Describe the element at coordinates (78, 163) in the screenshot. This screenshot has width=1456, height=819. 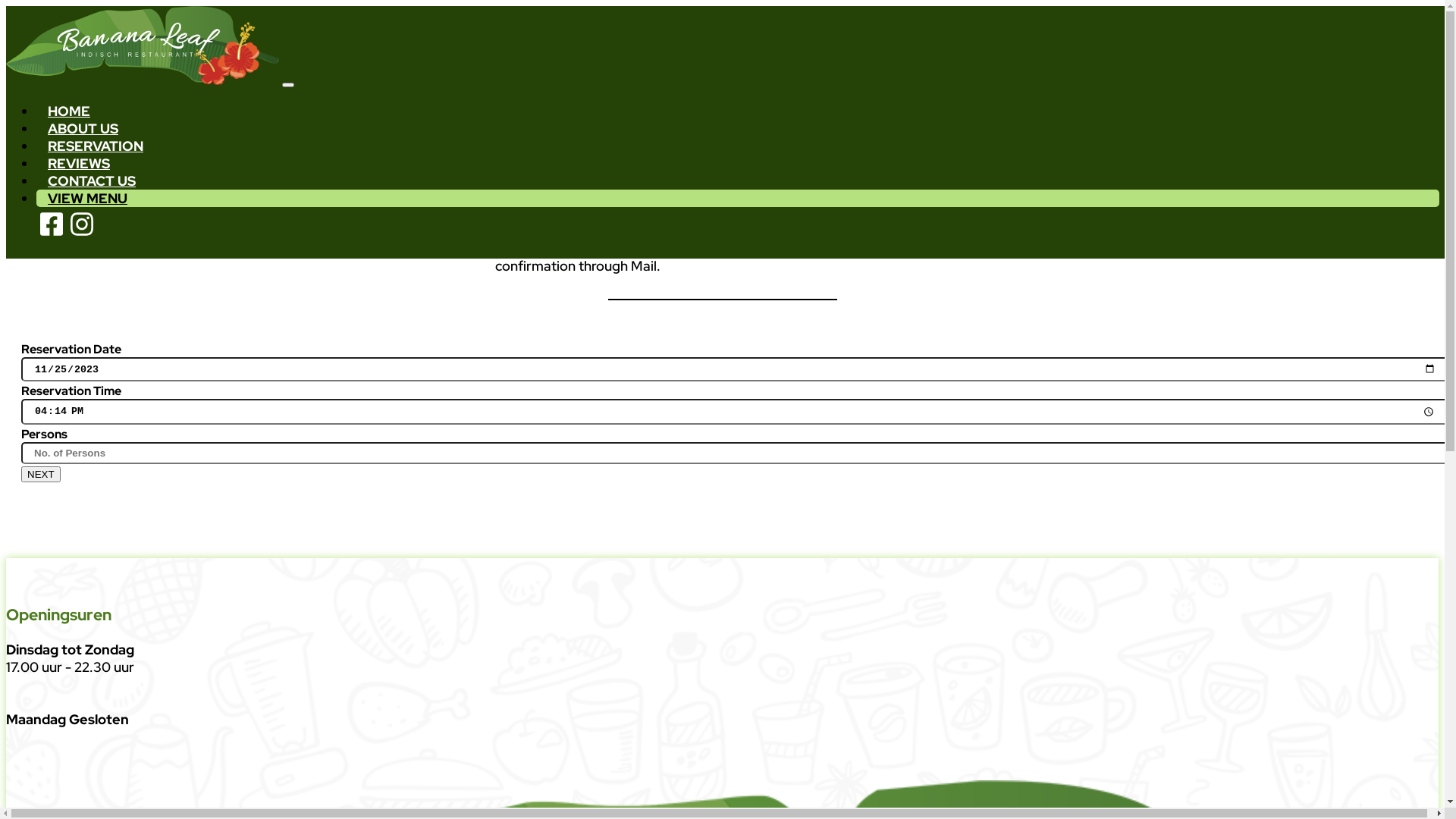
I see `'REVIEWS'` at that location.